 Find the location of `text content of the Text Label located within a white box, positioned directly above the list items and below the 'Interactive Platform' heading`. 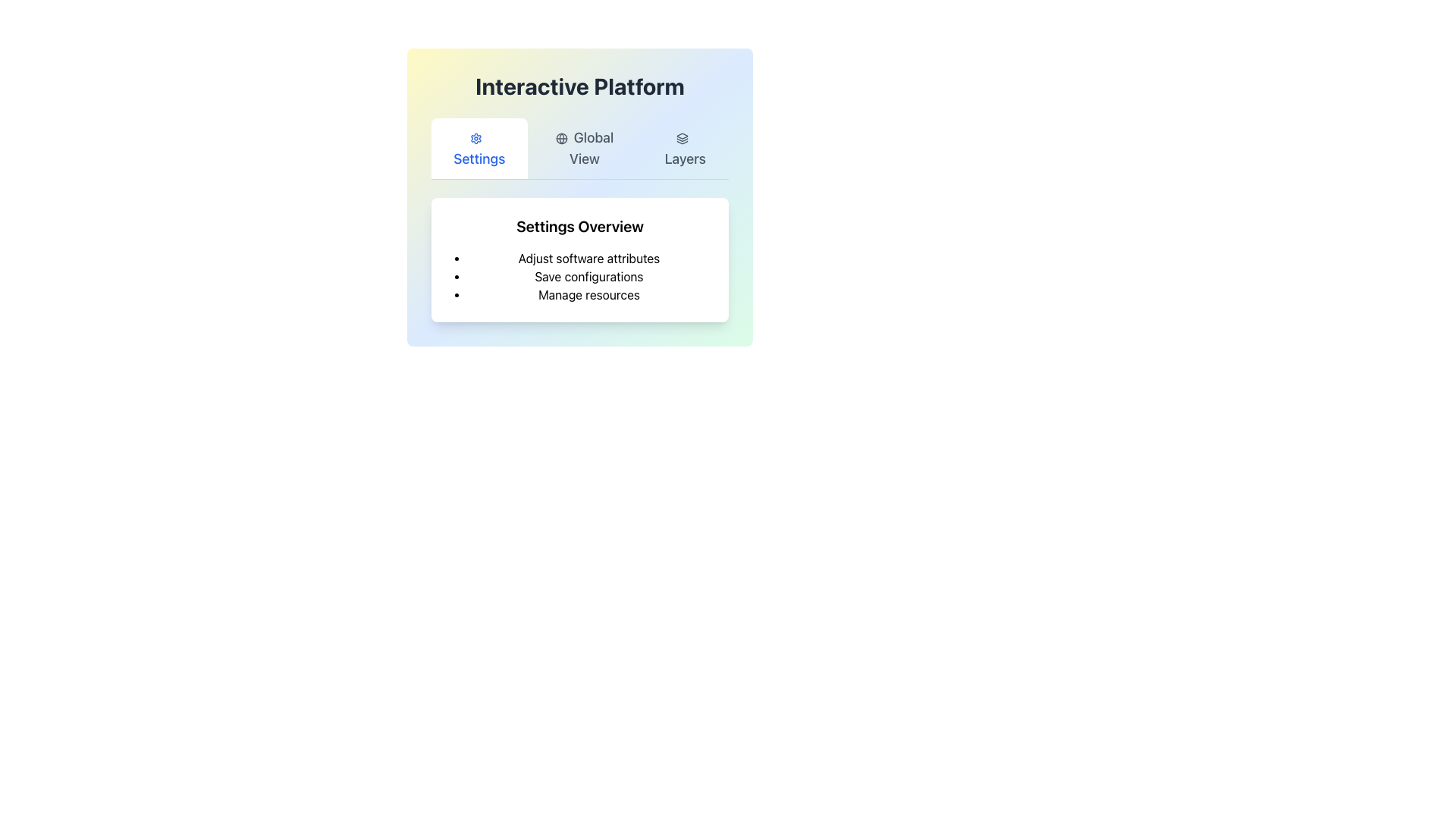

text content of the Text Label located within a white box, positioned directly above the list items and below the 'Interactive Platform' heading is located at coordinates (579, 227).